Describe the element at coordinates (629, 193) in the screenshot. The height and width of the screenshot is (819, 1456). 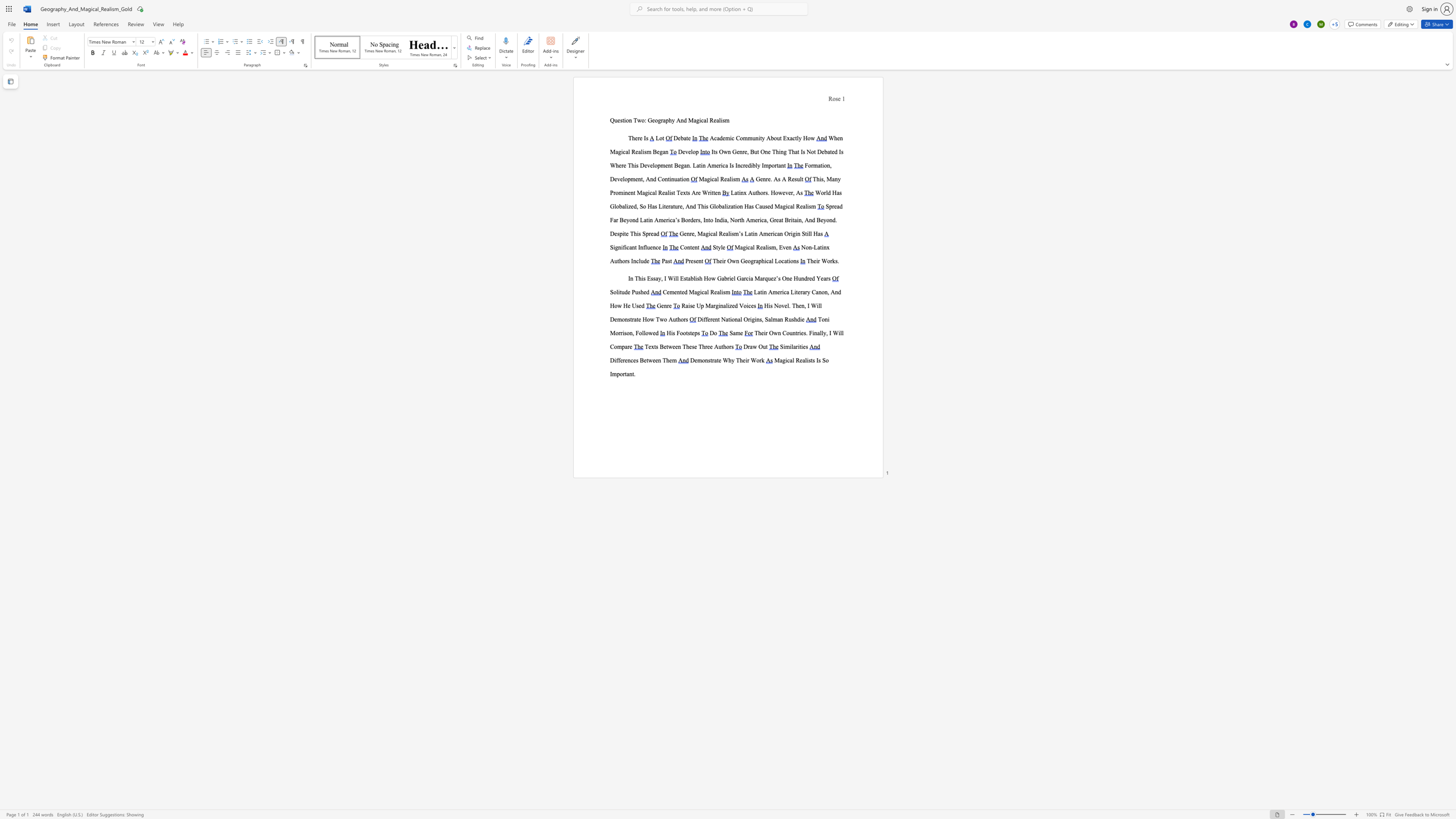
I see `the 1th character "e" in the text` at that location.